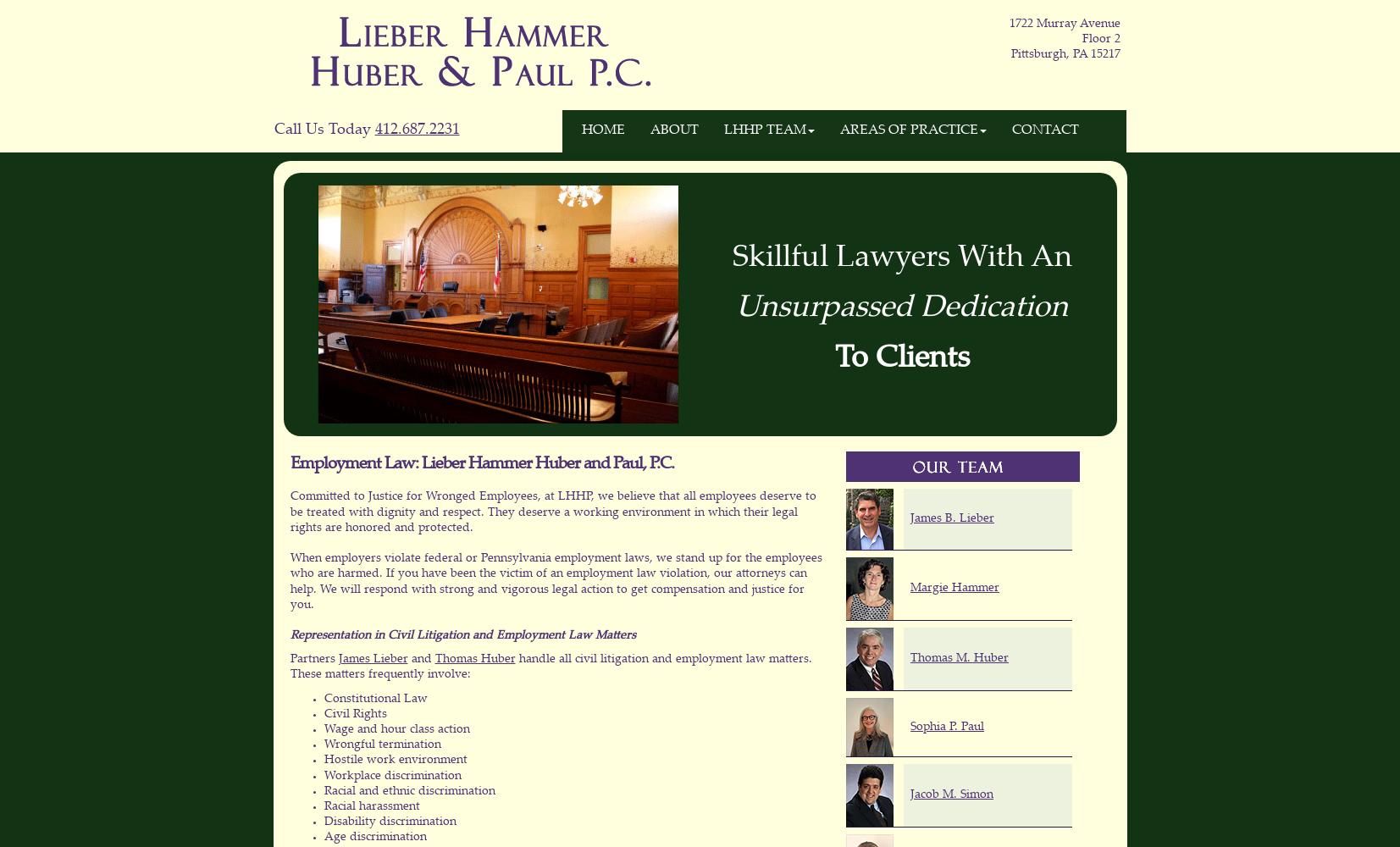 The height and width of the screenshot is (847, 1400). Describe the element at coordinates (1044, 130) in the screenshot. I see `'CONTACT'` at that location.